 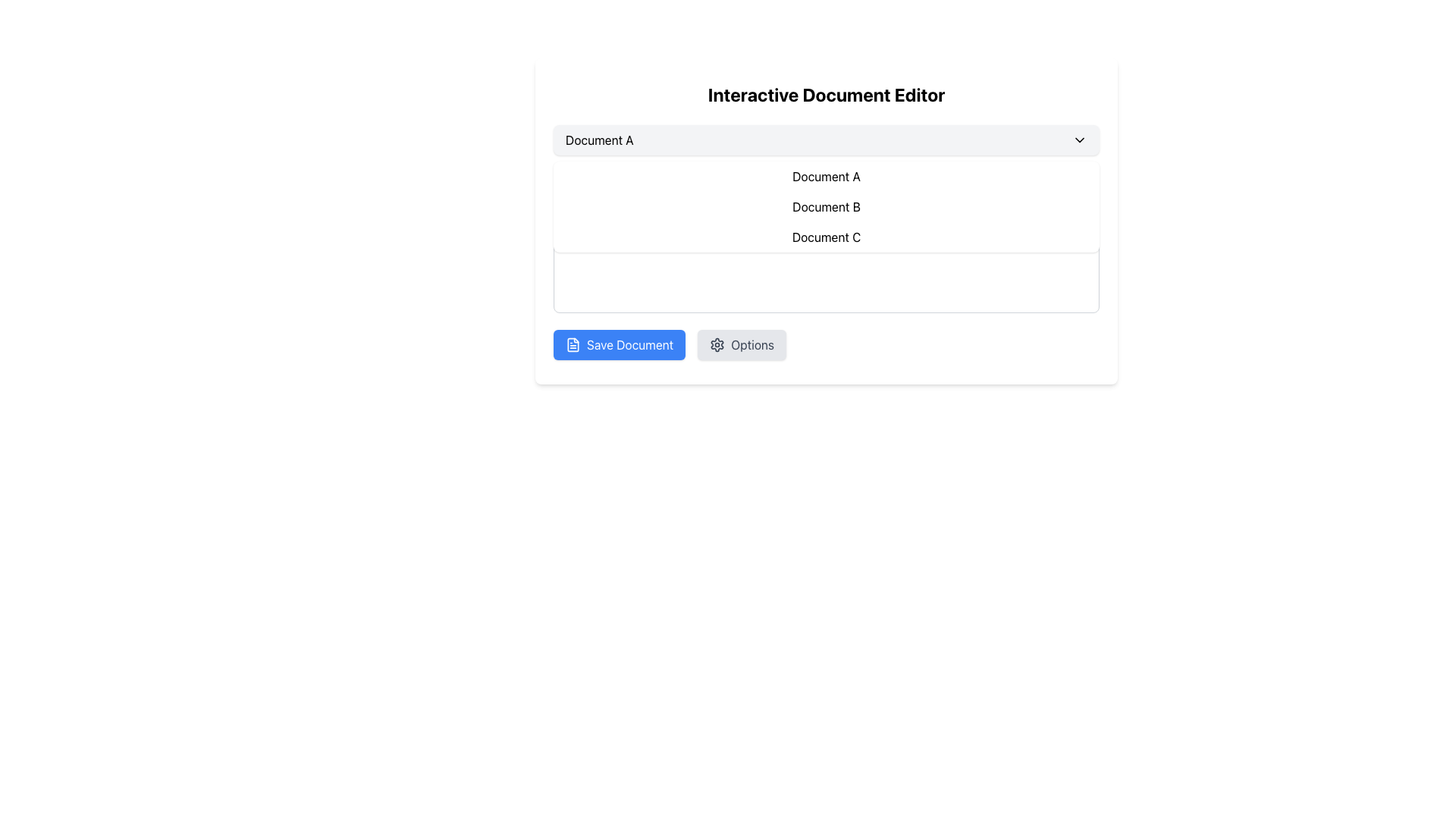 What do you see at coordinates (620, 345) in the screenshot?
I see `the 'Save Document' button, which is a rectangular button with rounded corners, blue background, and white text` at bounding box center [620, 345].